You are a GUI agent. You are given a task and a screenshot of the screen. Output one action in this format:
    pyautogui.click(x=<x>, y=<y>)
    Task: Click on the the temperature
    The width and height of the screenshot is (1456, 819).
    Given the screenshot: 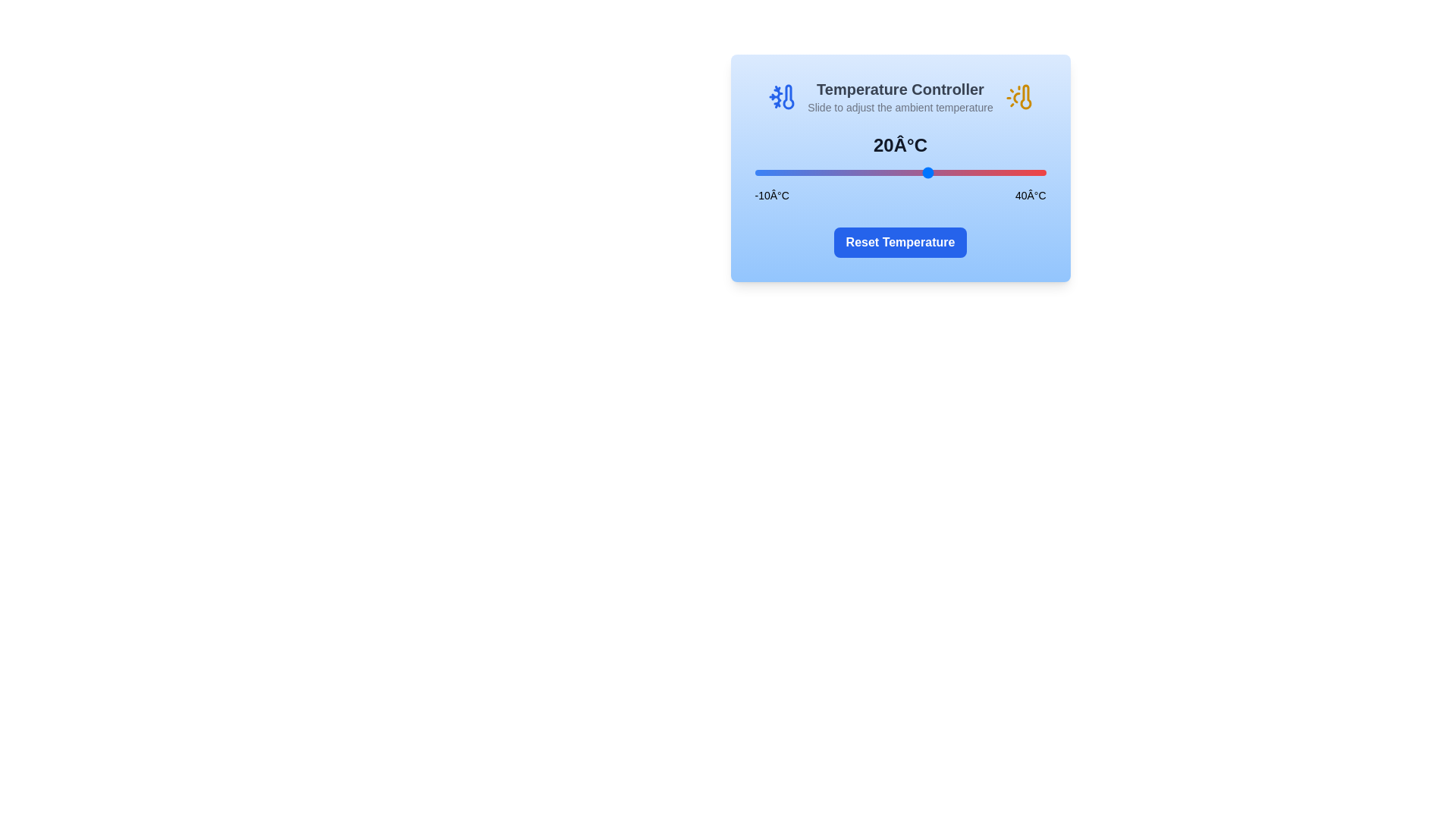 What is the action you would take?
    pyautogui.click(x=1005, y=171)
    